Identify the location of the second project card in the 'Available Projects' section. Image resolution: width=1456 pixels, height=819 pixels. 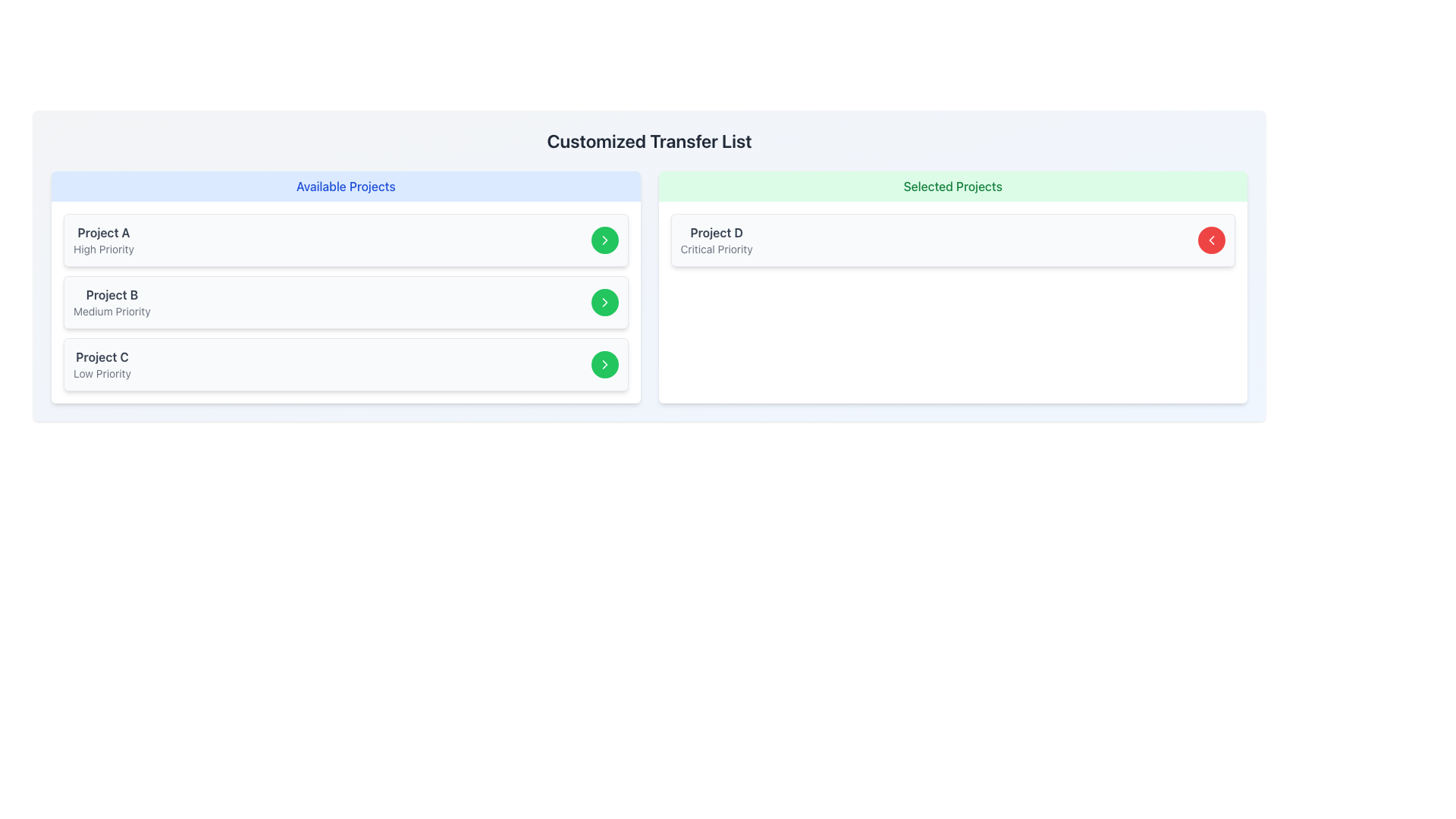
(345, 302).